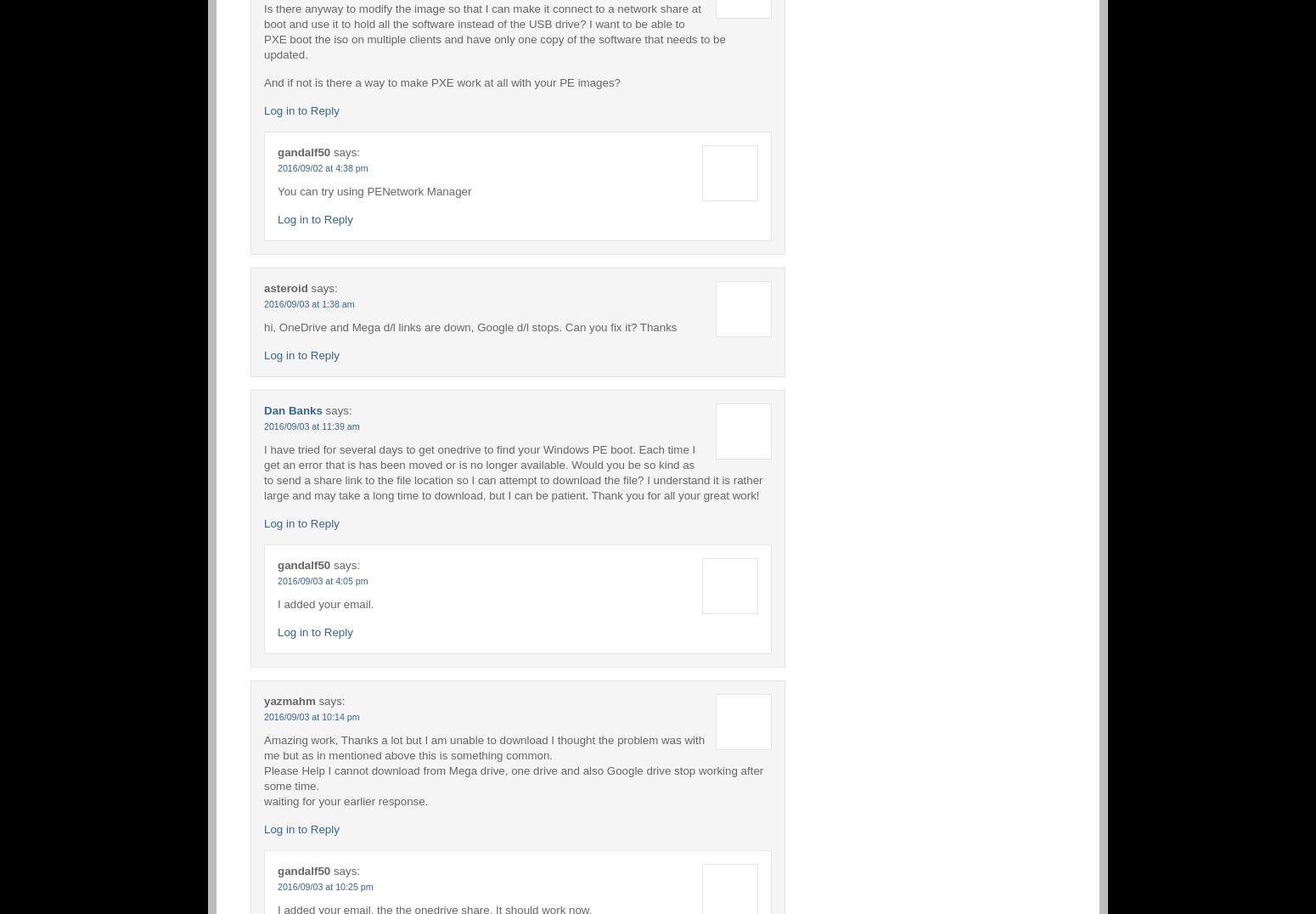 Image resolution: width=1316 pixels, height=914 pixels. What do you see at coordinates (324, 885) in the screenshot?
I see `'2016/09/03 at 10:25 pm'` at bounding box center [324, 885].